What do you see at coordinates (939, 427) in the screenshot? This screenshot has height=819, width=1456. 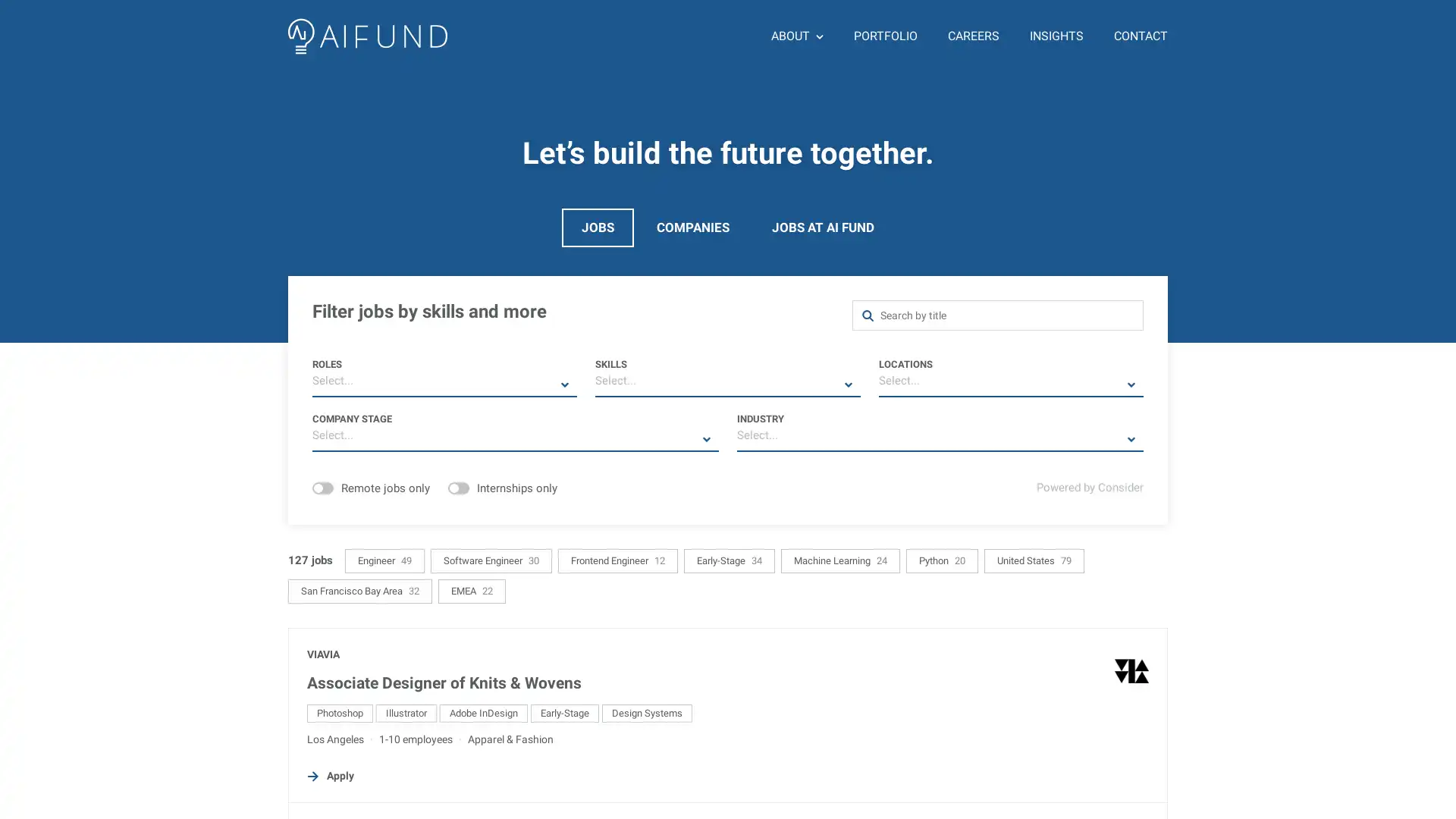 I see `INDUSTRY Select...` at bounding box center [939, 427].